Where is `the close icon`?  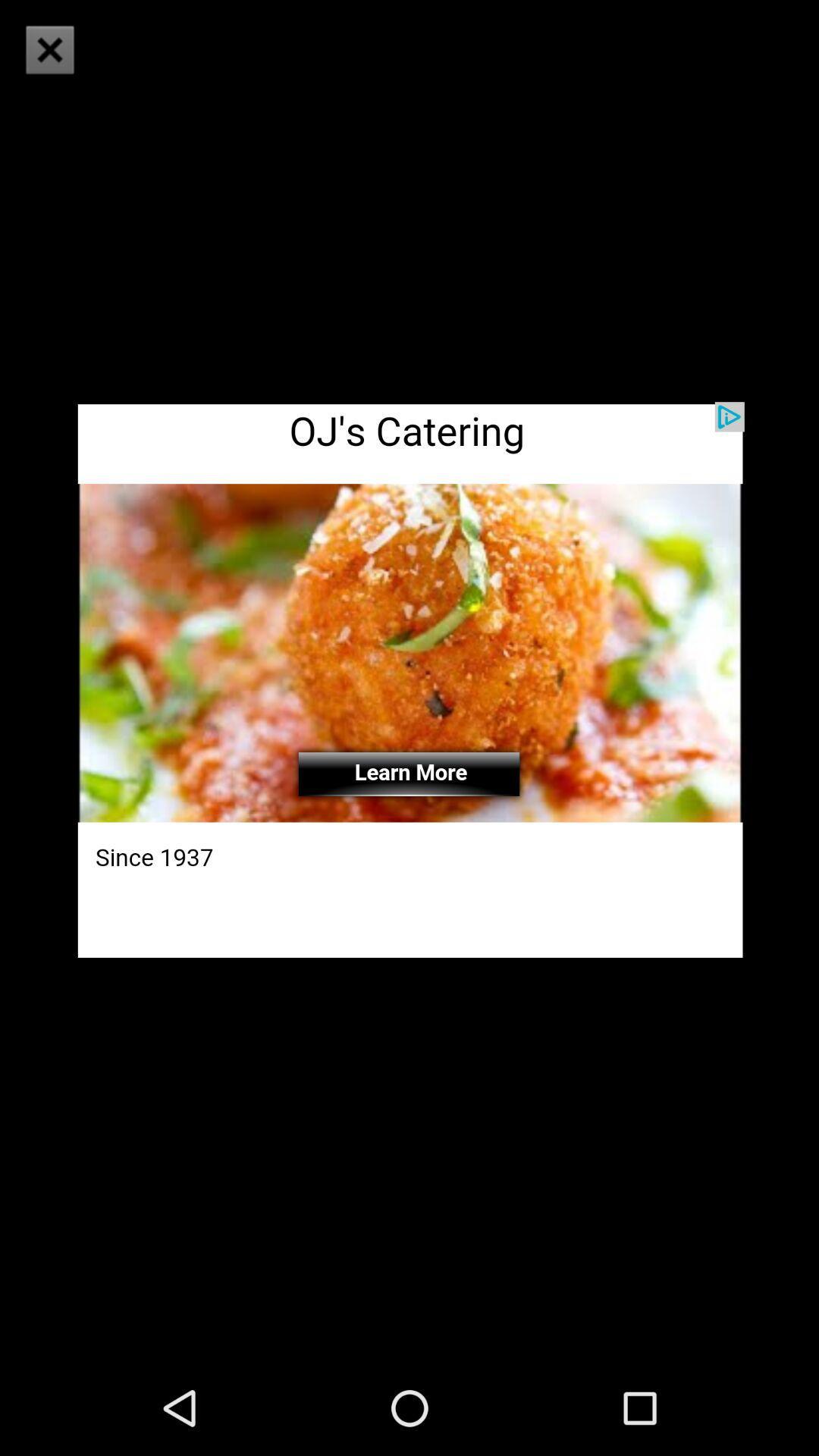
the close icon is located at coordinates (49, 53).